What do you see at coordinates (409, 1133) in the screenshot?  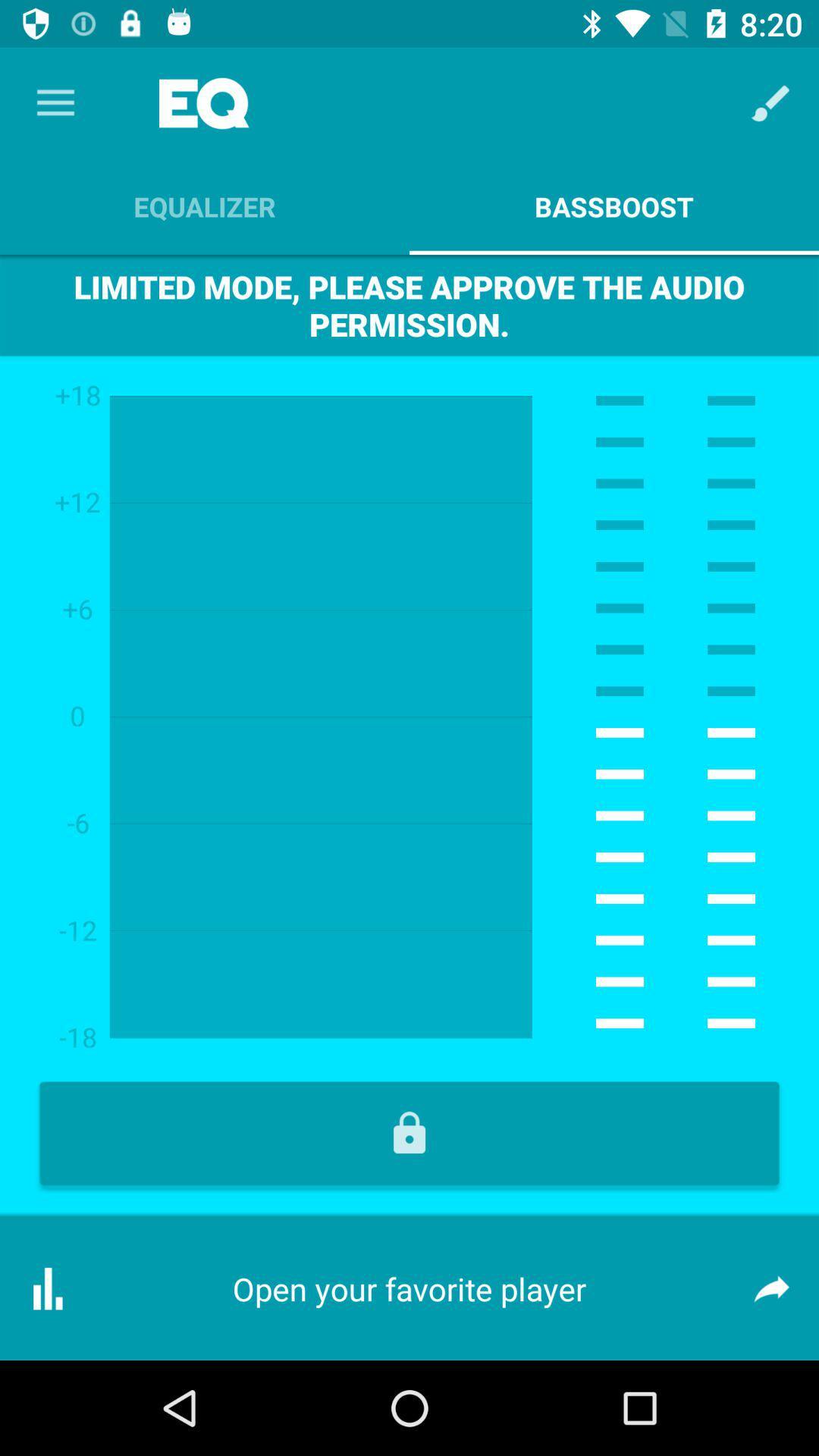 I see `open the player` at bounding box center [409, 1133].